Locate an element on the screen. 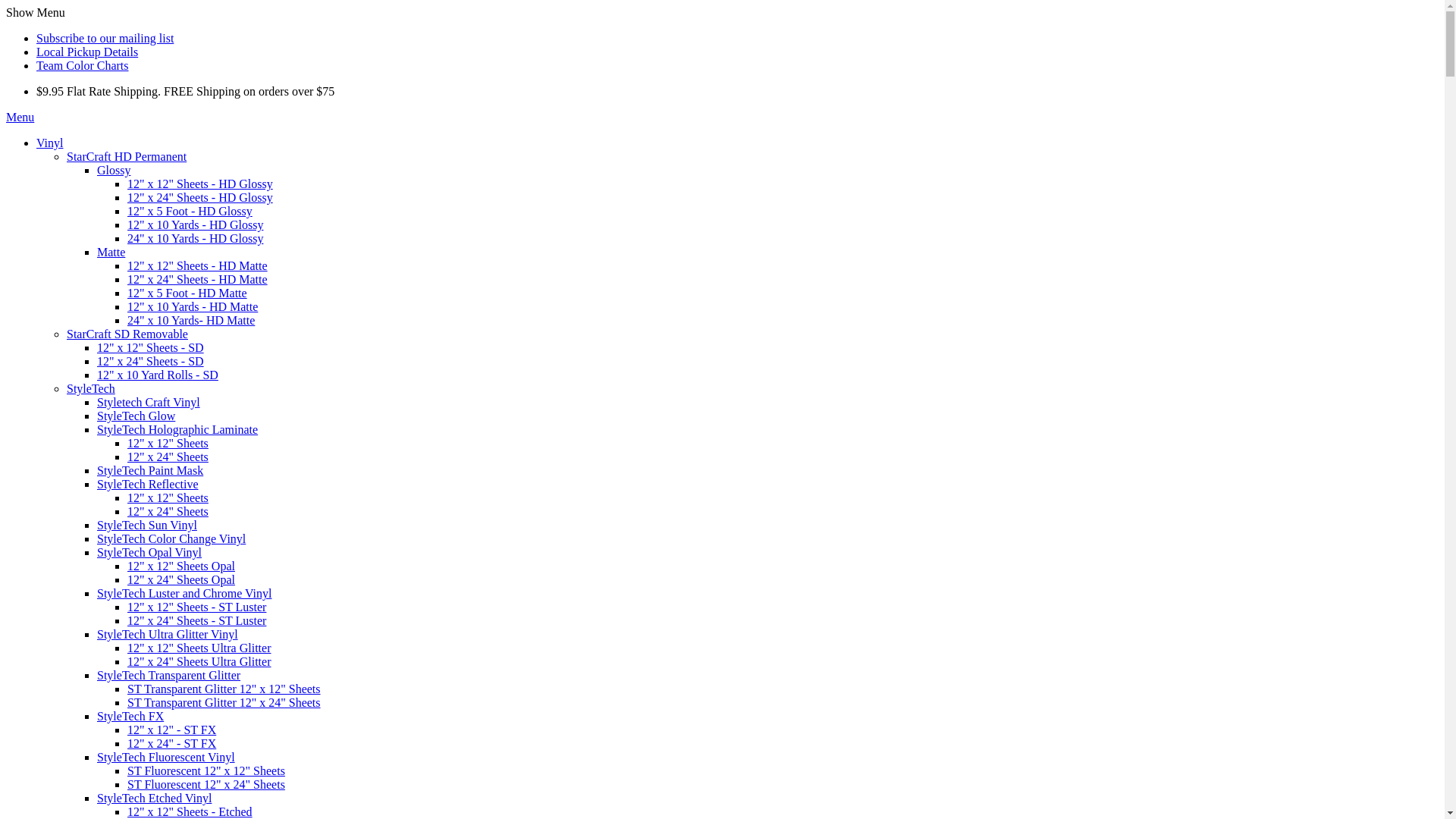 This screenshot has width=1456, height=819. 'ST Fluorescent 12" x 24" Sheets' is located at coordinates (206, 784).